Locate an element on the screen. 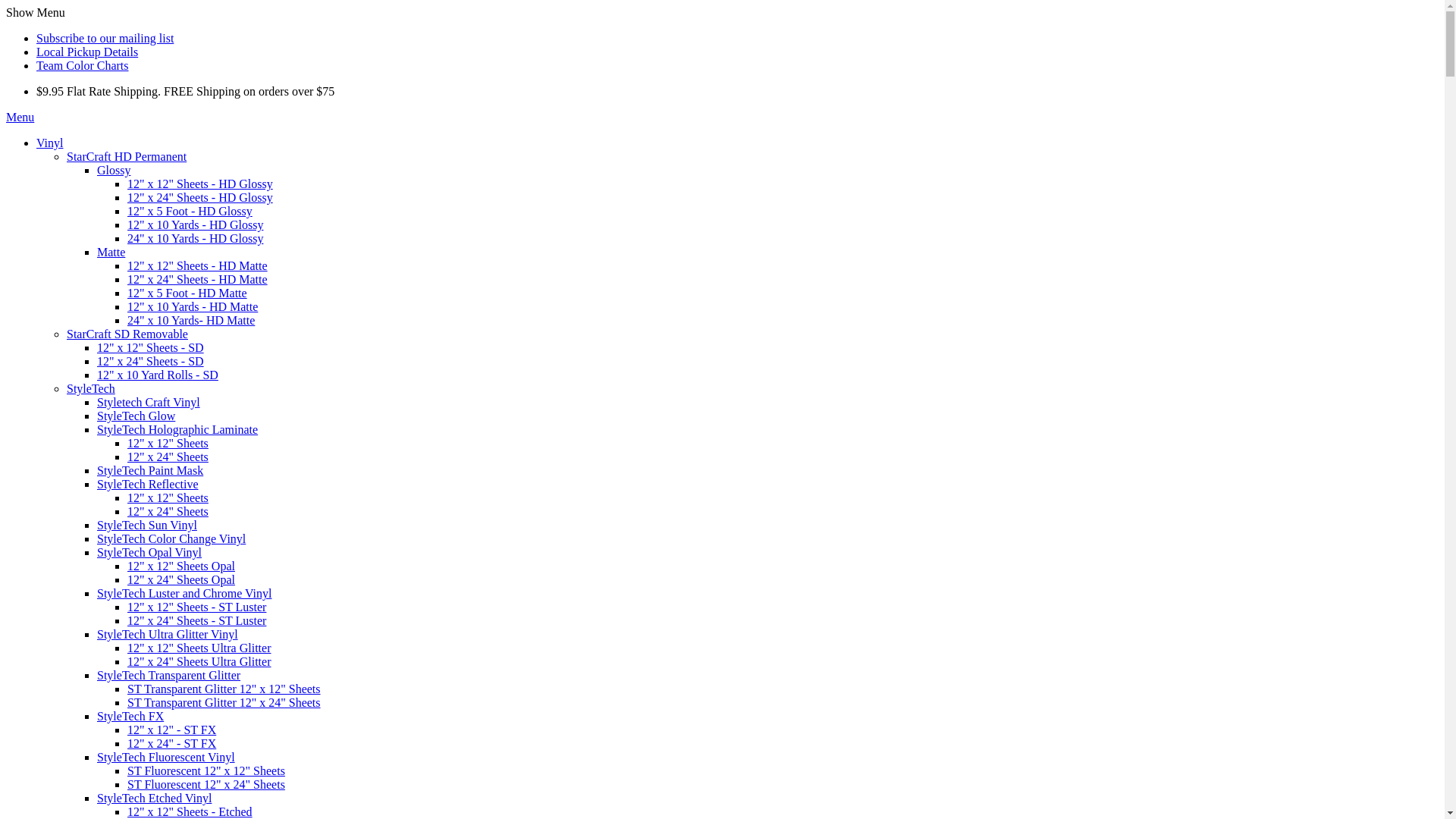 This screenshot has width=1456, height=819. 'ST Fluorescent 12" x 24" Sheets' is located at coordinates (206, 784).